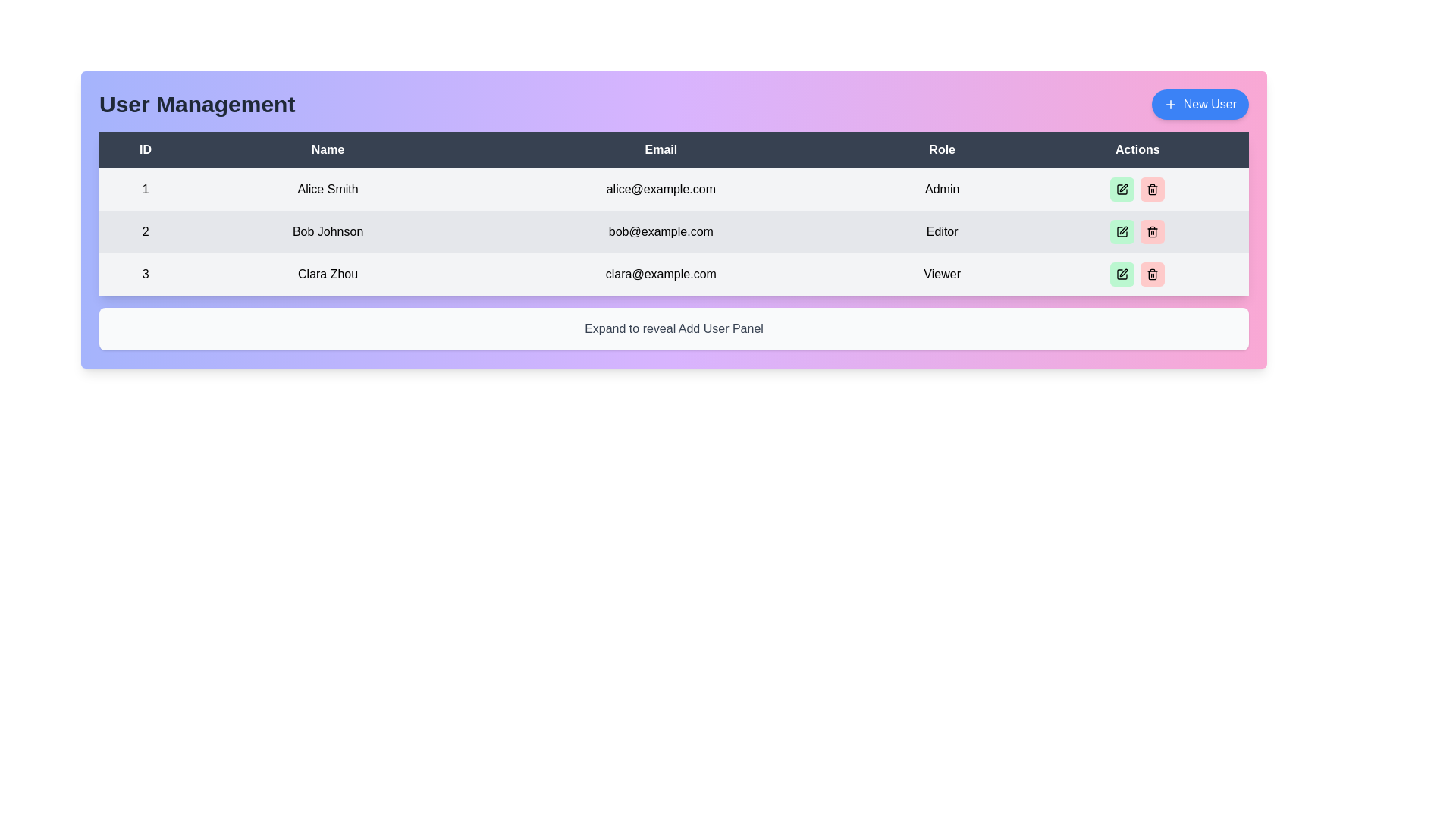 This screenshot has height=819, width=1456. Describe the element at coordinates (1124, 187) in the screenshot. I see `the pen icon in the top-right corner of the user interface` at that location.